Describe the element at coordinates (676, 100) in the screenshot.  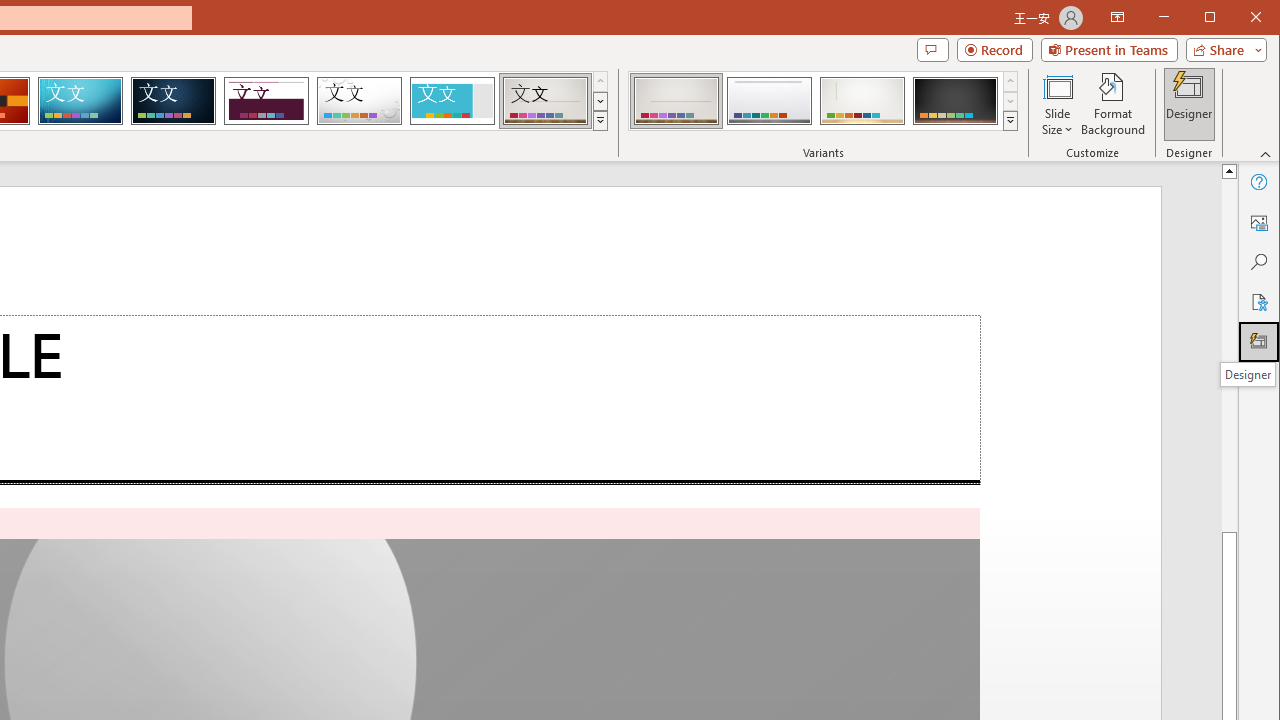
I see `'Gallery Variant 1'` at that location.